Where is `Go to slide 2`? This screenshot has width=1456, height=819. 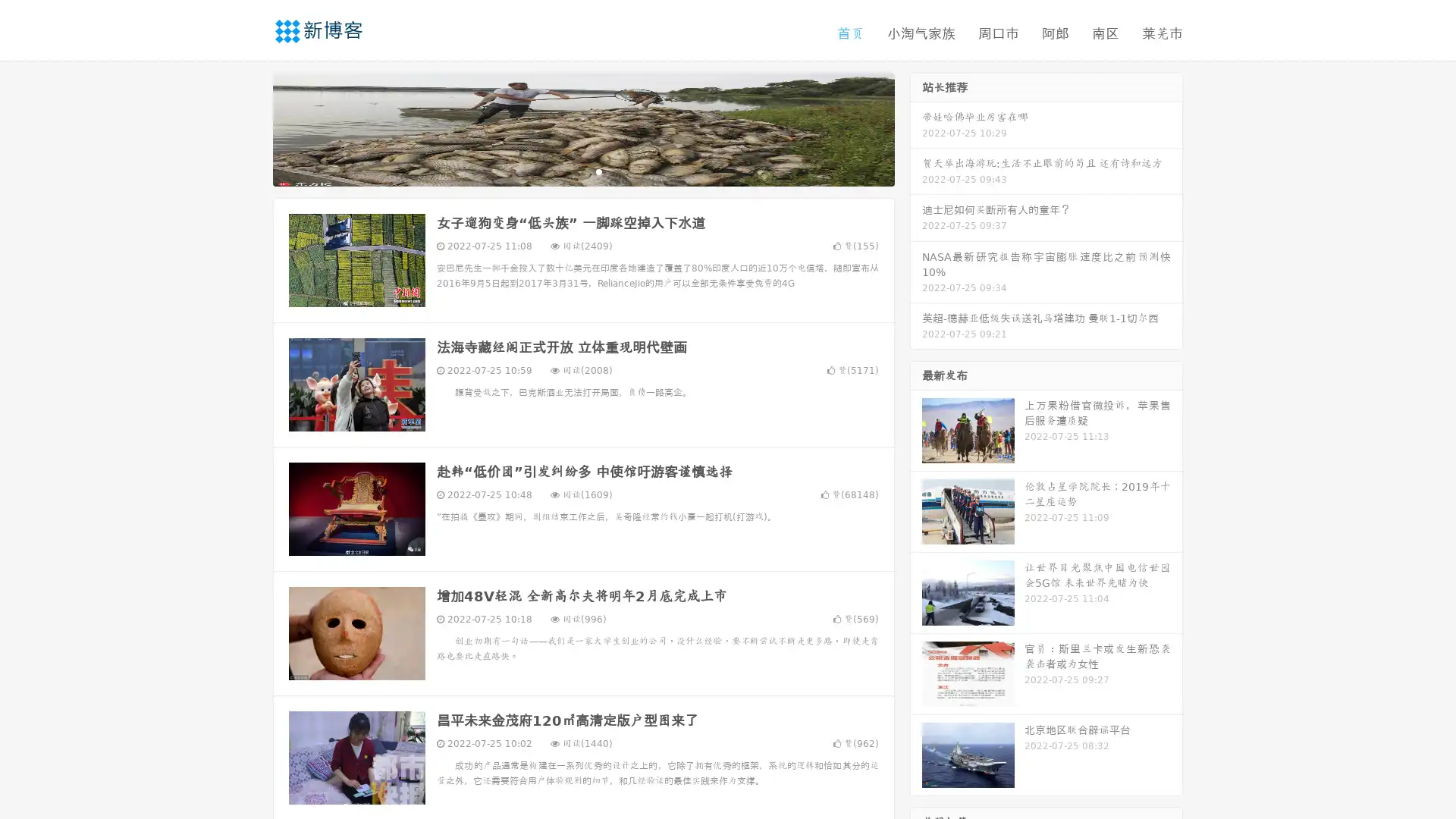 Go to slide 2 is located at coordinates (582, 171).